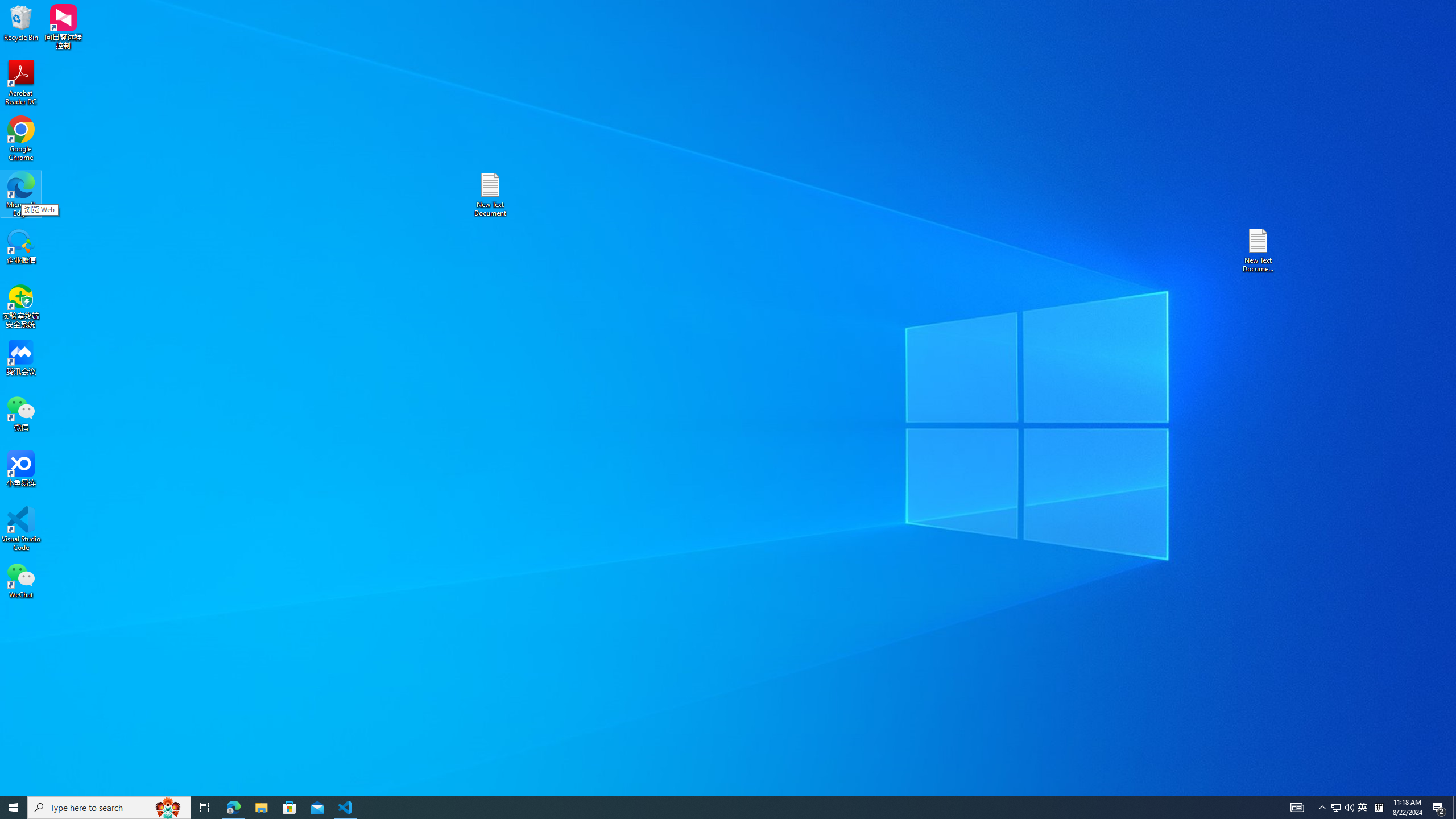  What do you see at coordinates (20, 528) in the screenshot?
I see `'Visual Studio Code'` at bounding box center [20, 528].